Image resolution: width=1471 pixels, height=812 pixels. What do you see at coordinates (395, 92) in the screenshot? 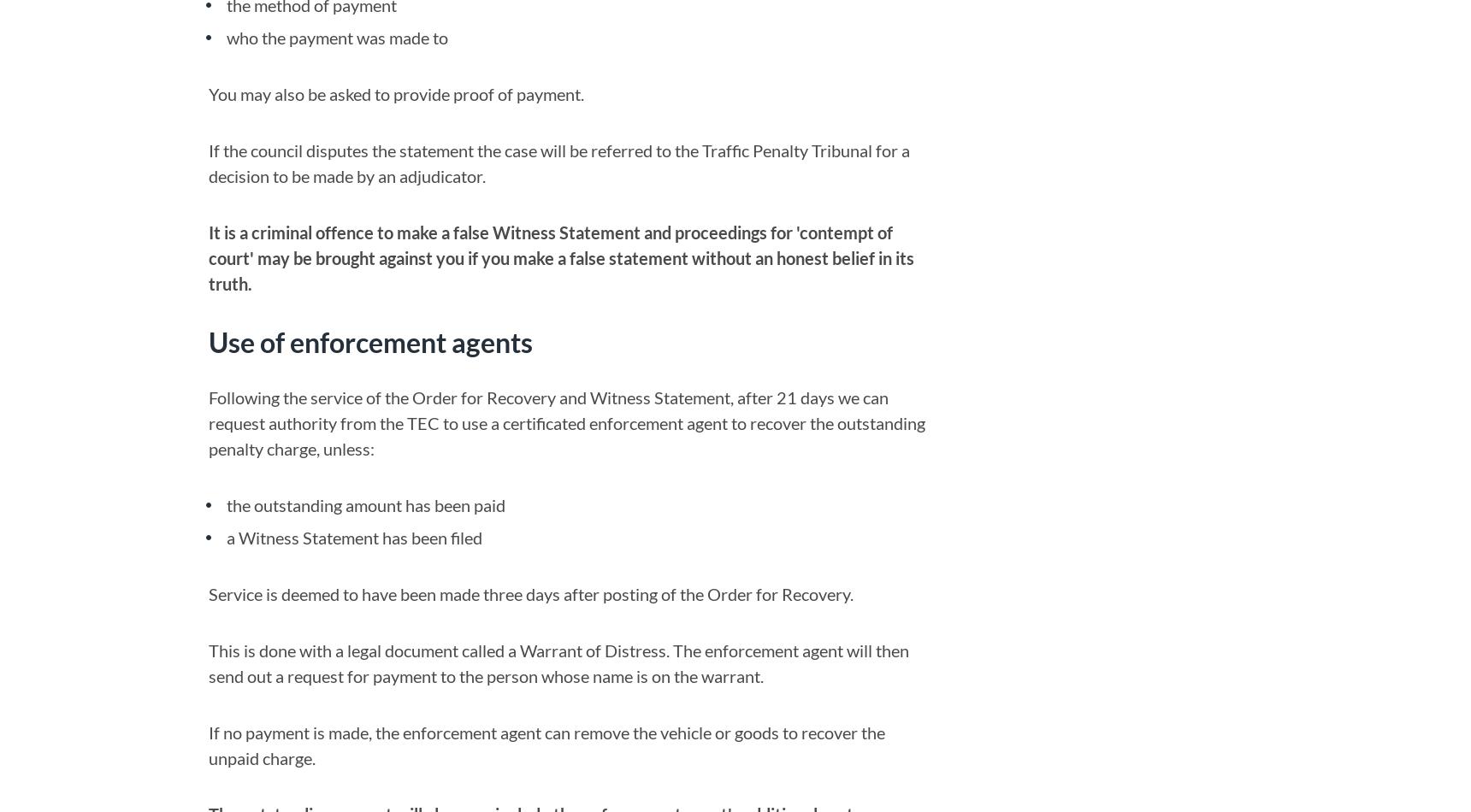
I see `'You may also be asked to provide proof of payment.'` at bounding box center [395, 92].